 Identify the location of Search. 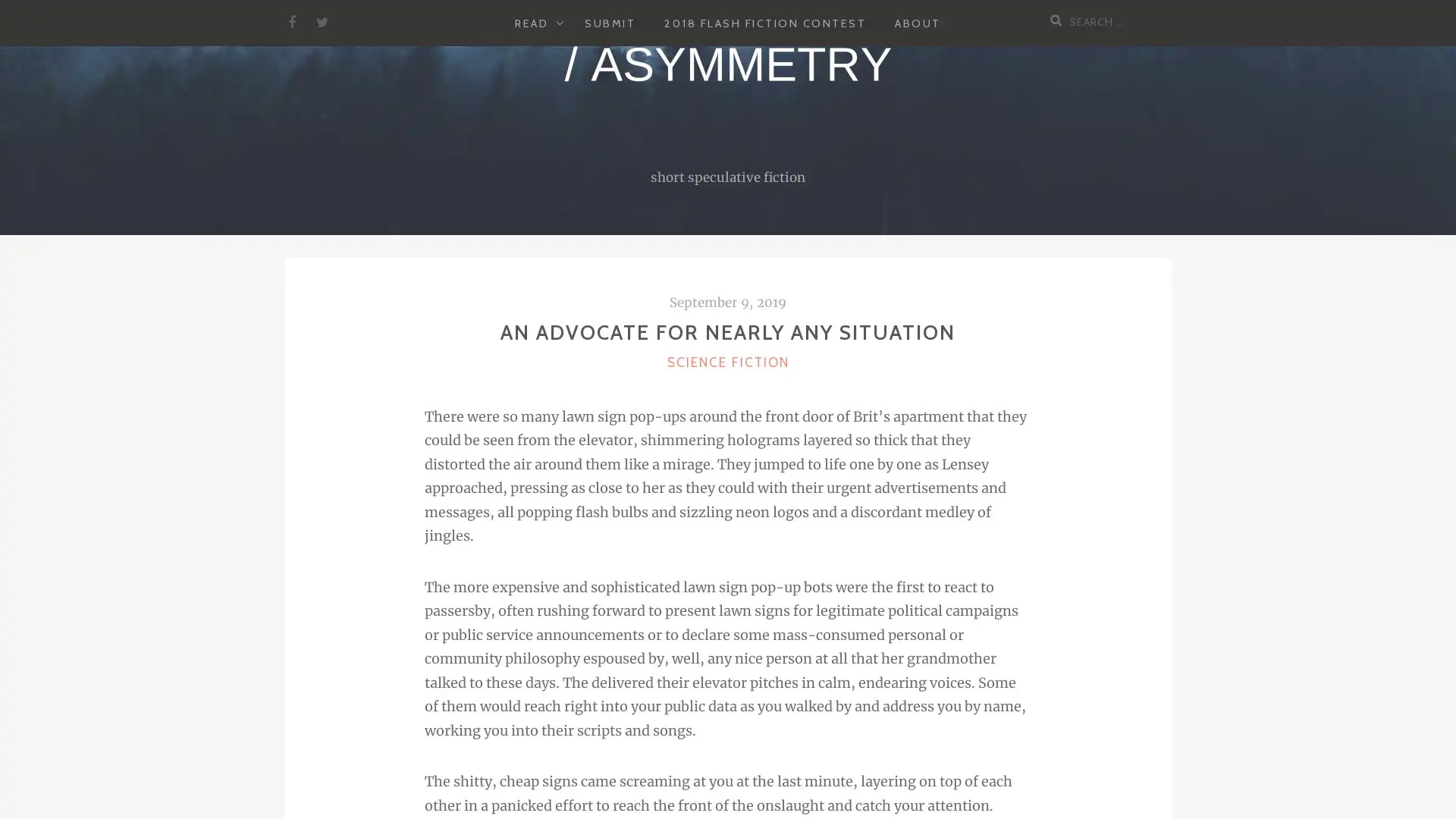
(1057, 20).